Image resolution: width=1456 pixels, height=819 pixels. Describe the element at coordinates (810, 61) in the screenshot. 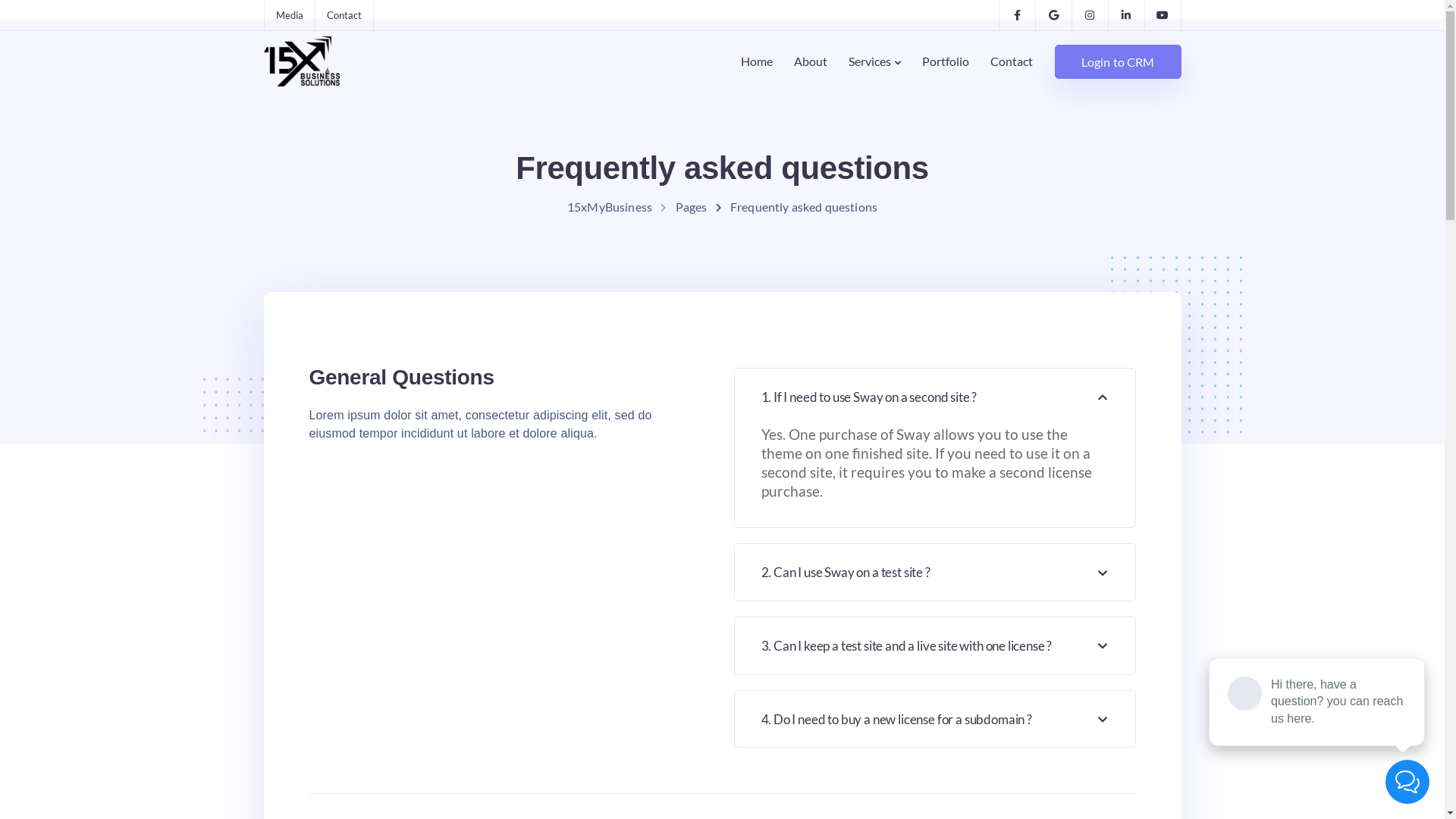

I see `'About'` at that location.